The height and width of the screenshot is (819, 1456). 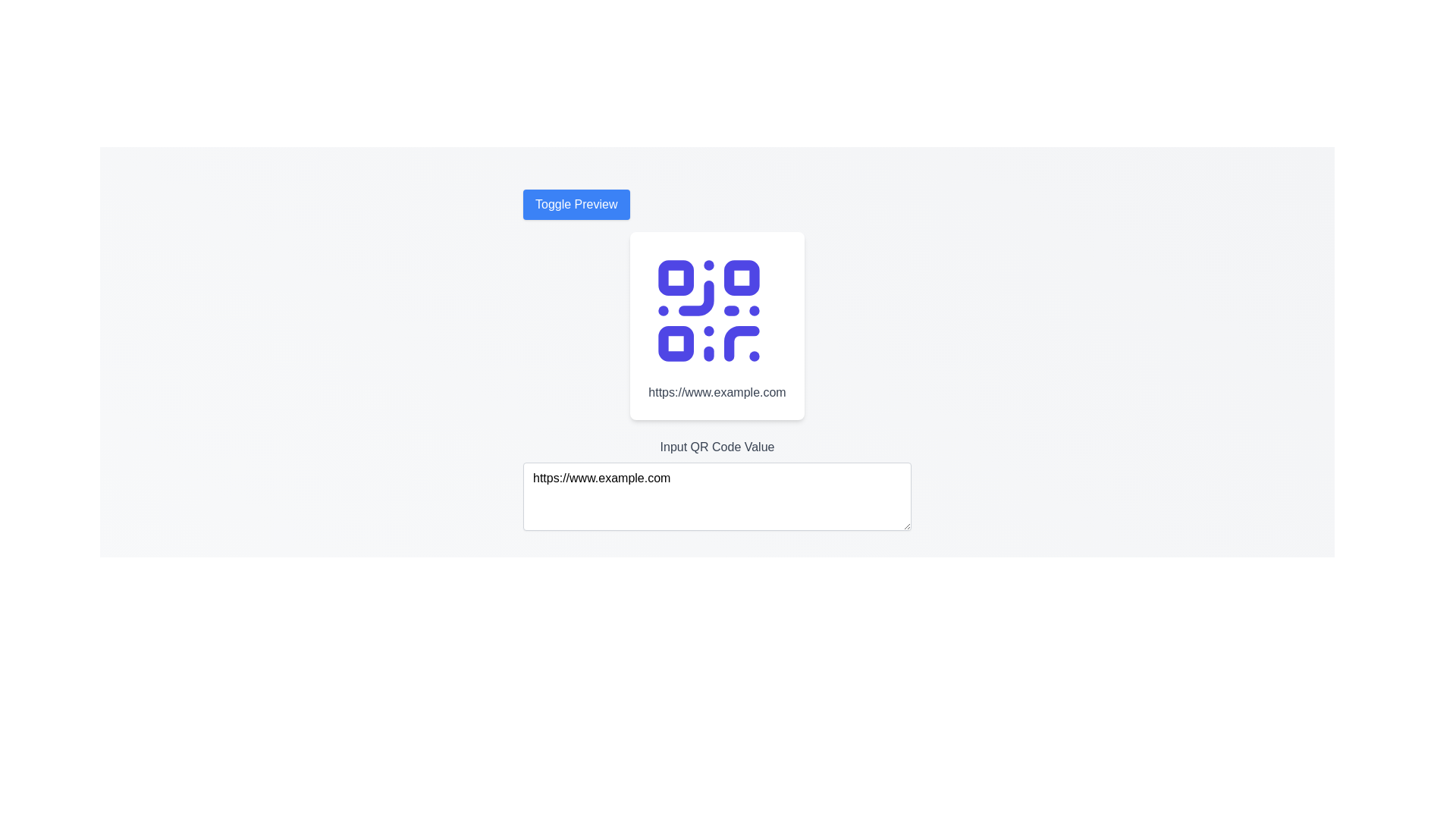 I want to click on the second graphic block of the QR code located in the top-right corner of the code area, so click(x=742, y=278).